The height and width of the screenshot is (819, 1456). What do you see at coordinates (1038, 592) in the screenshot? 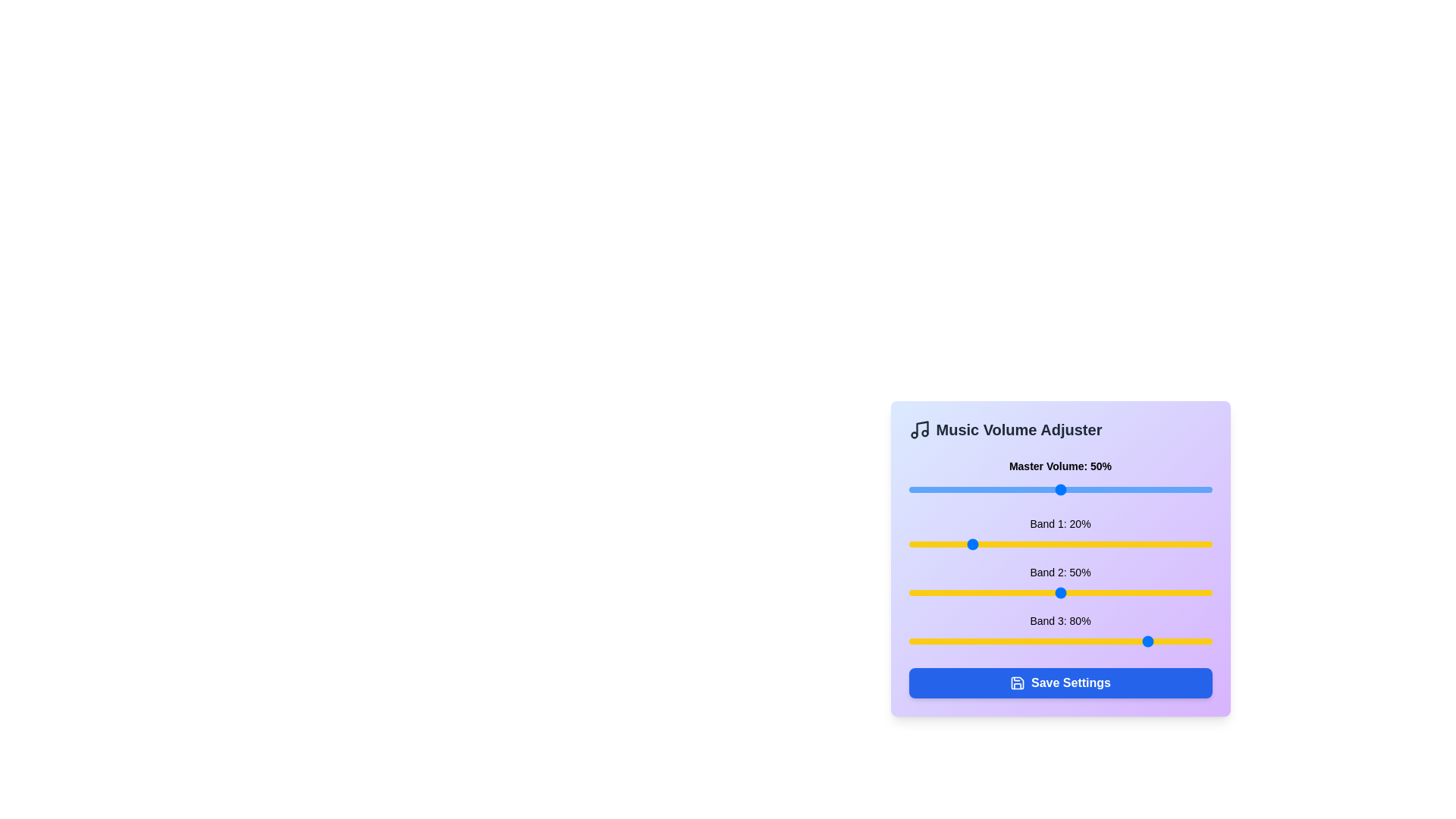
I see `'Band 2' value` at bounding box center [1038, 592].